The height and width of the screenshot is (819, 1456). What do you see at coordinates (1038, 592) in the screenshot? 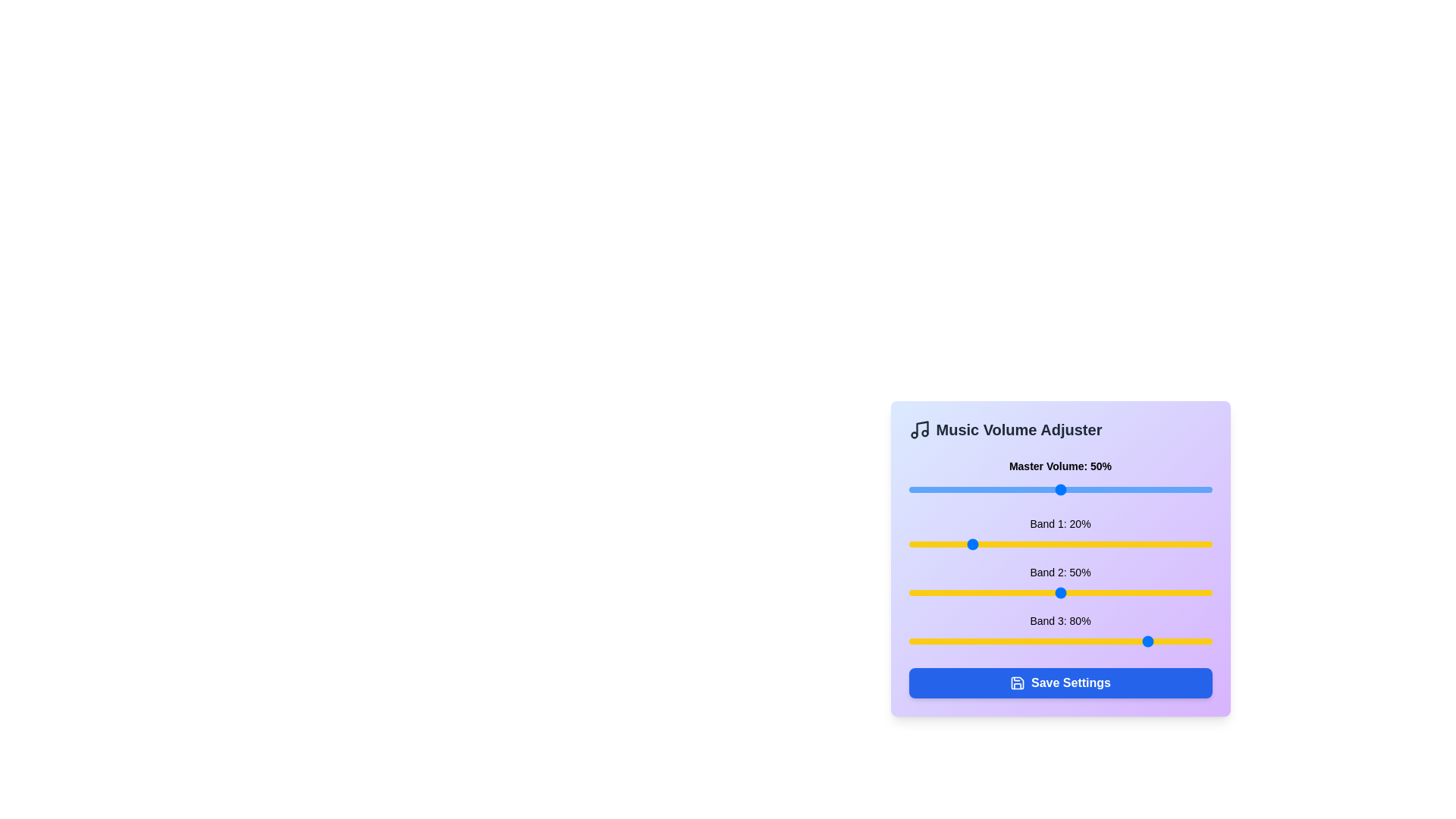
I see `'Band 2' value` at bounding box center [1038, 592].